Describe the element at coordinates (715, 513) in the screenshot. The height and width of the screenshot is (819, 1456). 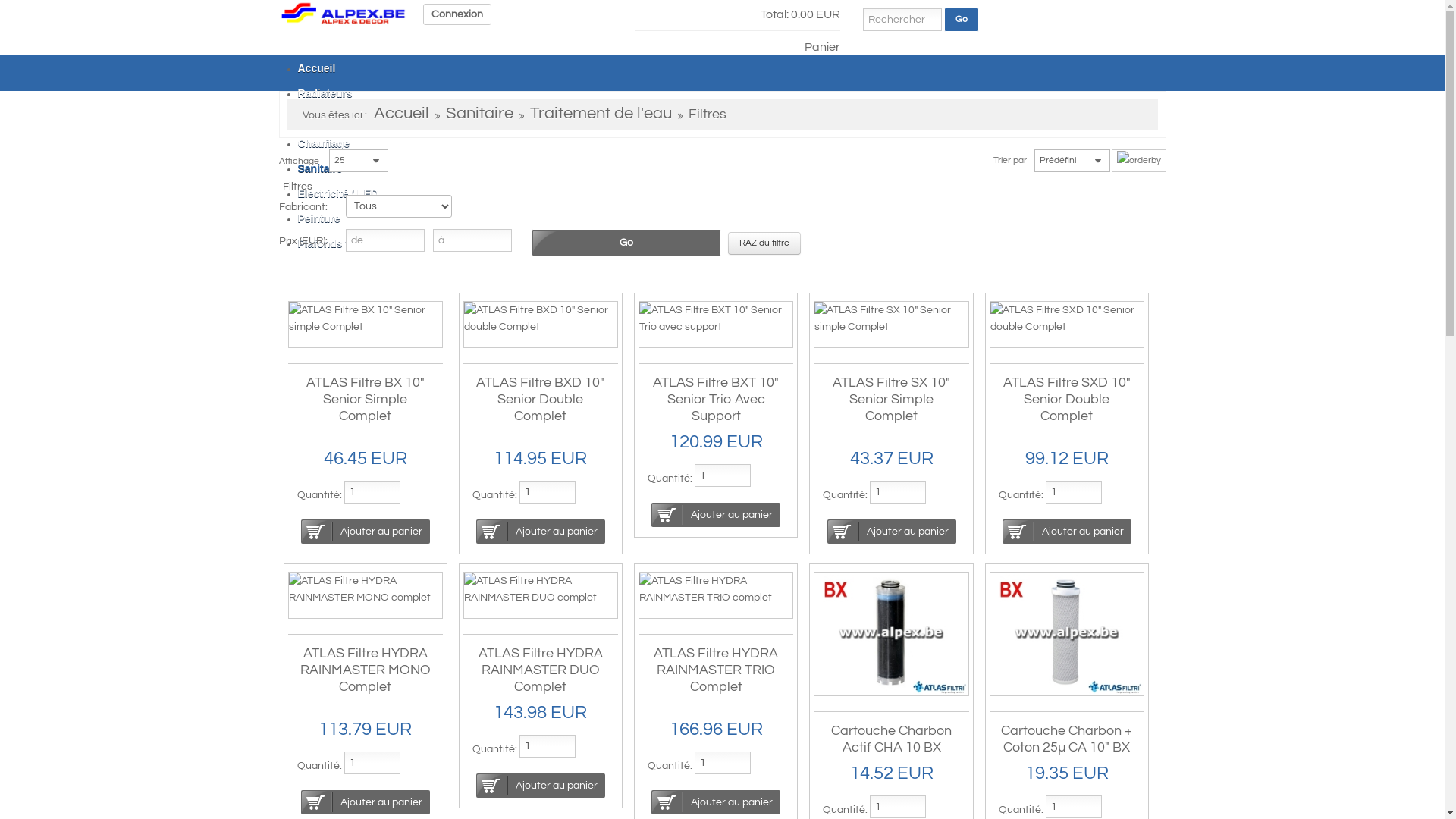
I see `'Ajouter au panier'` at that location.